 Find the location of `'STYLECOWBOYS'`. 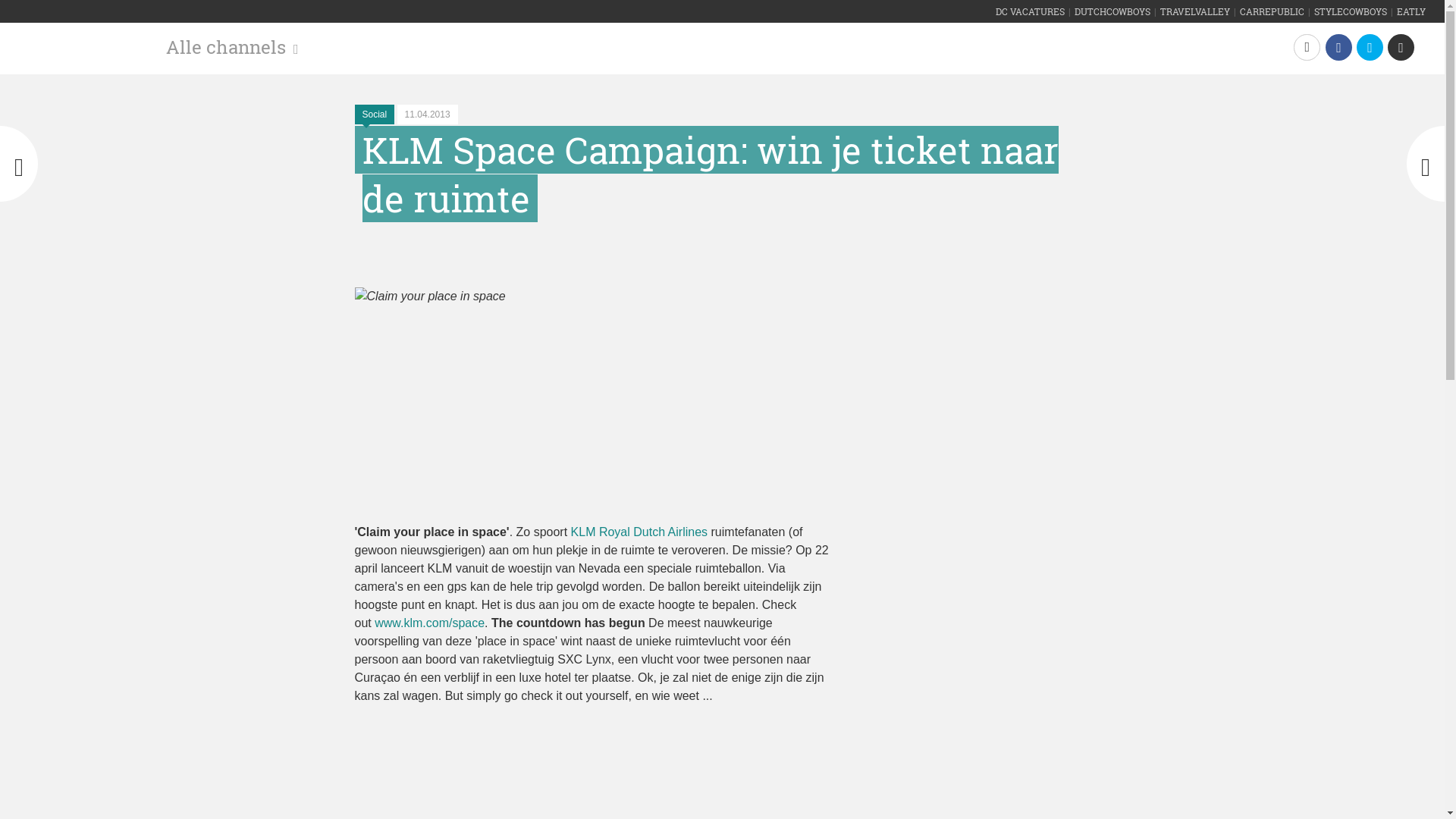

'STYLECOWBOYS' is located at coordinates (1313, 11).